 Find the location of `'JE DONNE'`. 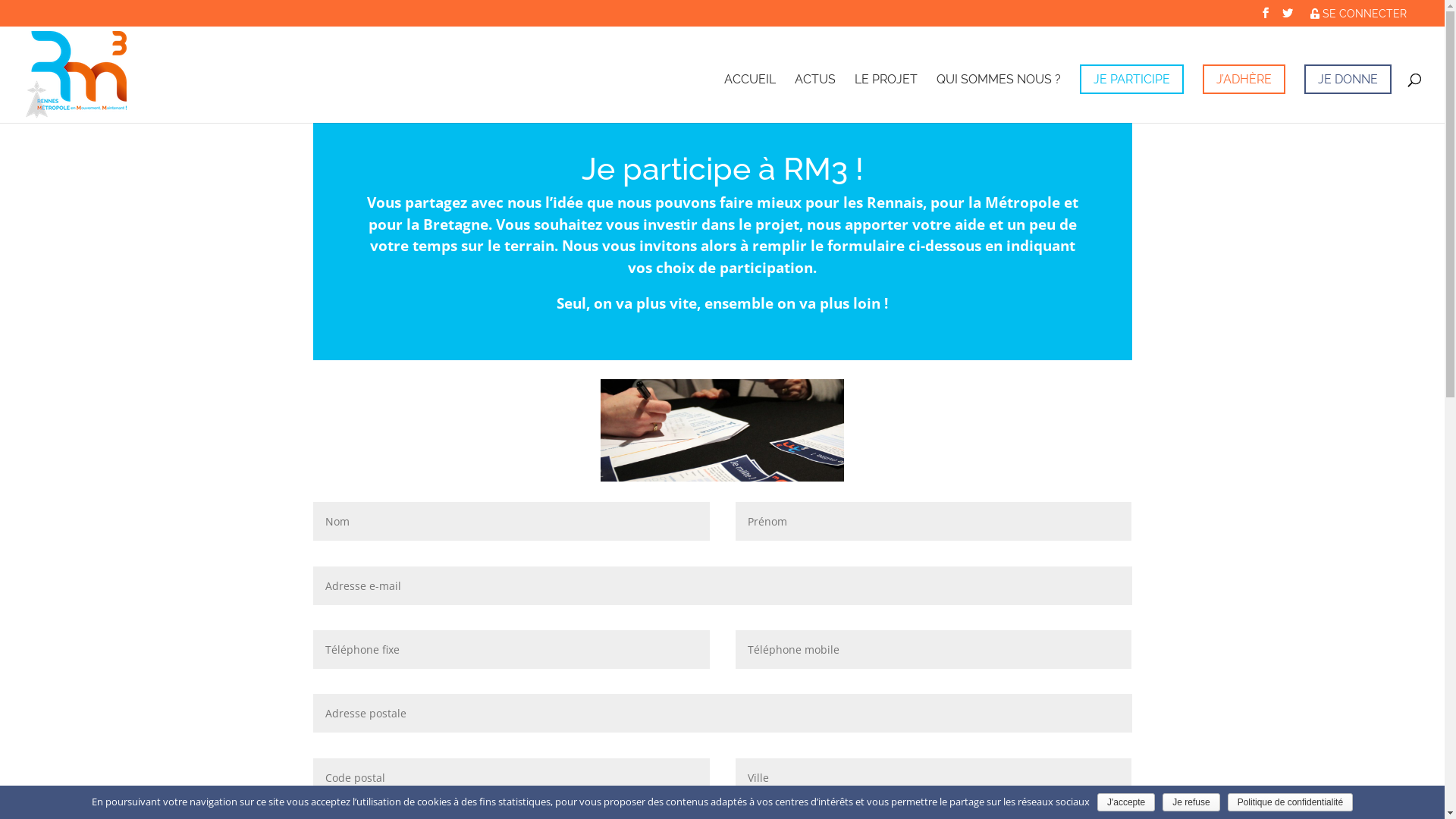

'JE DONNE' is located at coordinates (1348, 79).